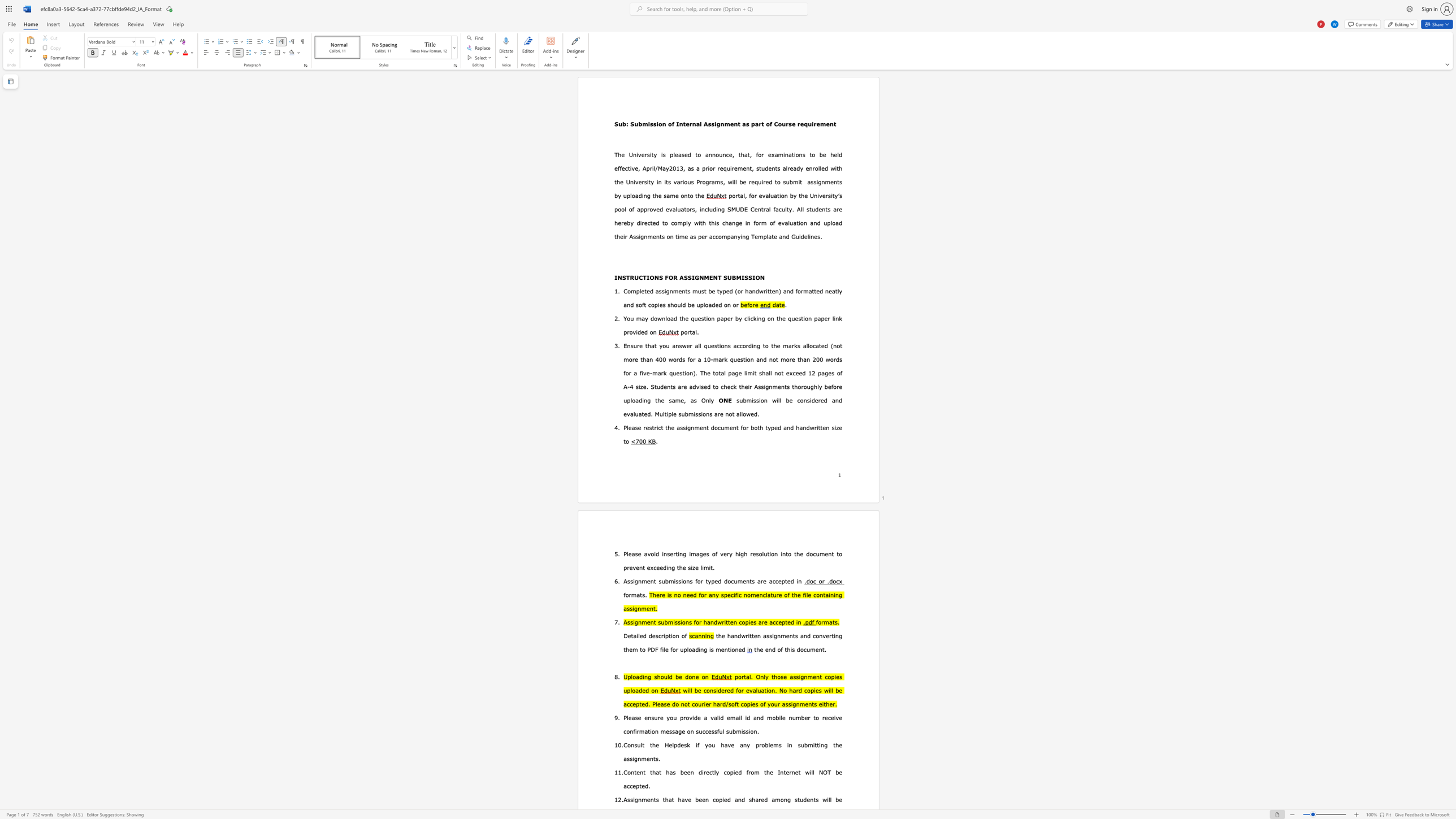 The width and height of the screenshot is (1456, 819). I want to click on the subset text "or .doc" within the text ".doc or .docx", so click(818, 580).